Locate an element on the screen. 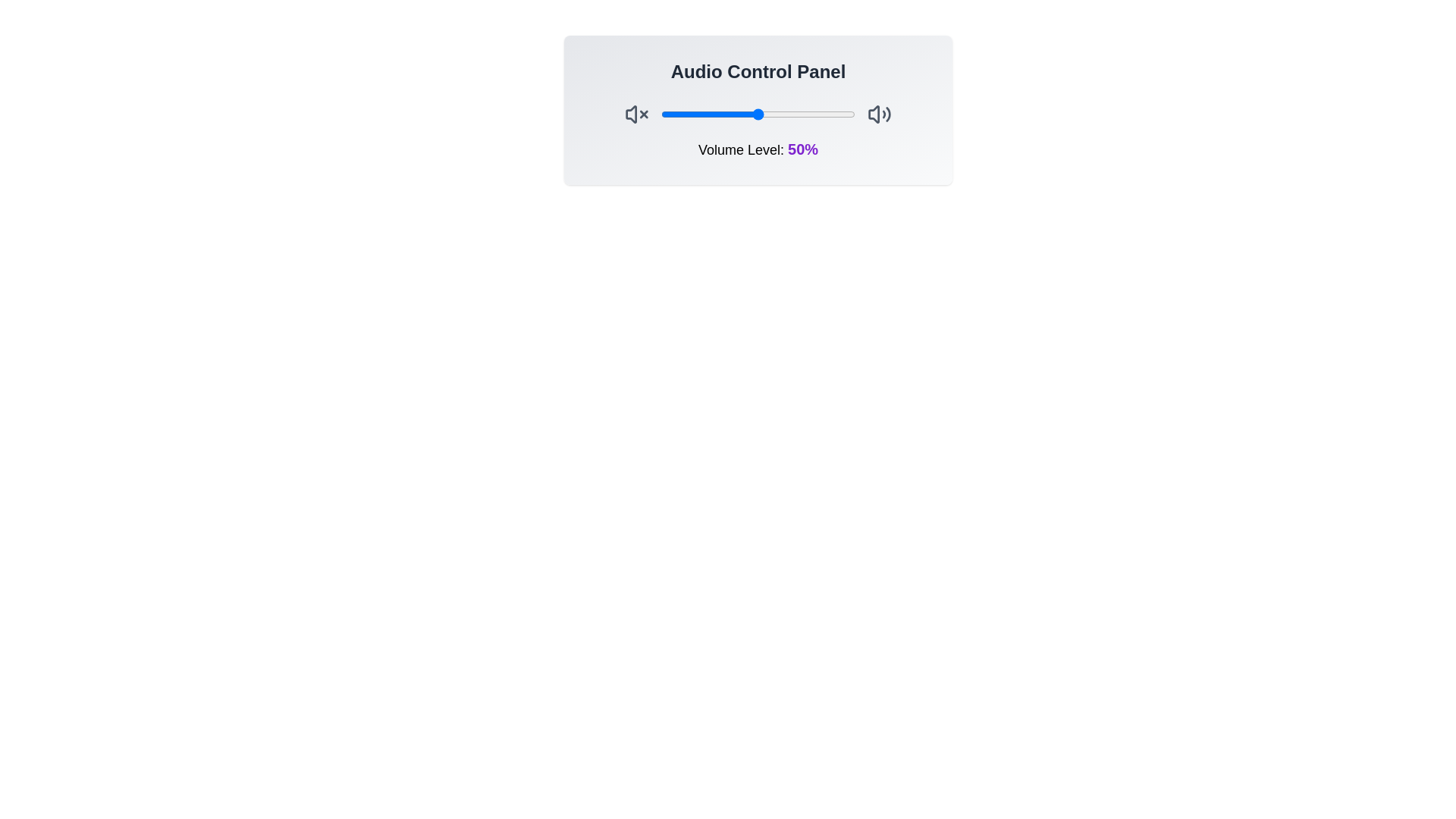  the mute button located on the leftmost side of the audio control panel is located at coordinates (637, 113).